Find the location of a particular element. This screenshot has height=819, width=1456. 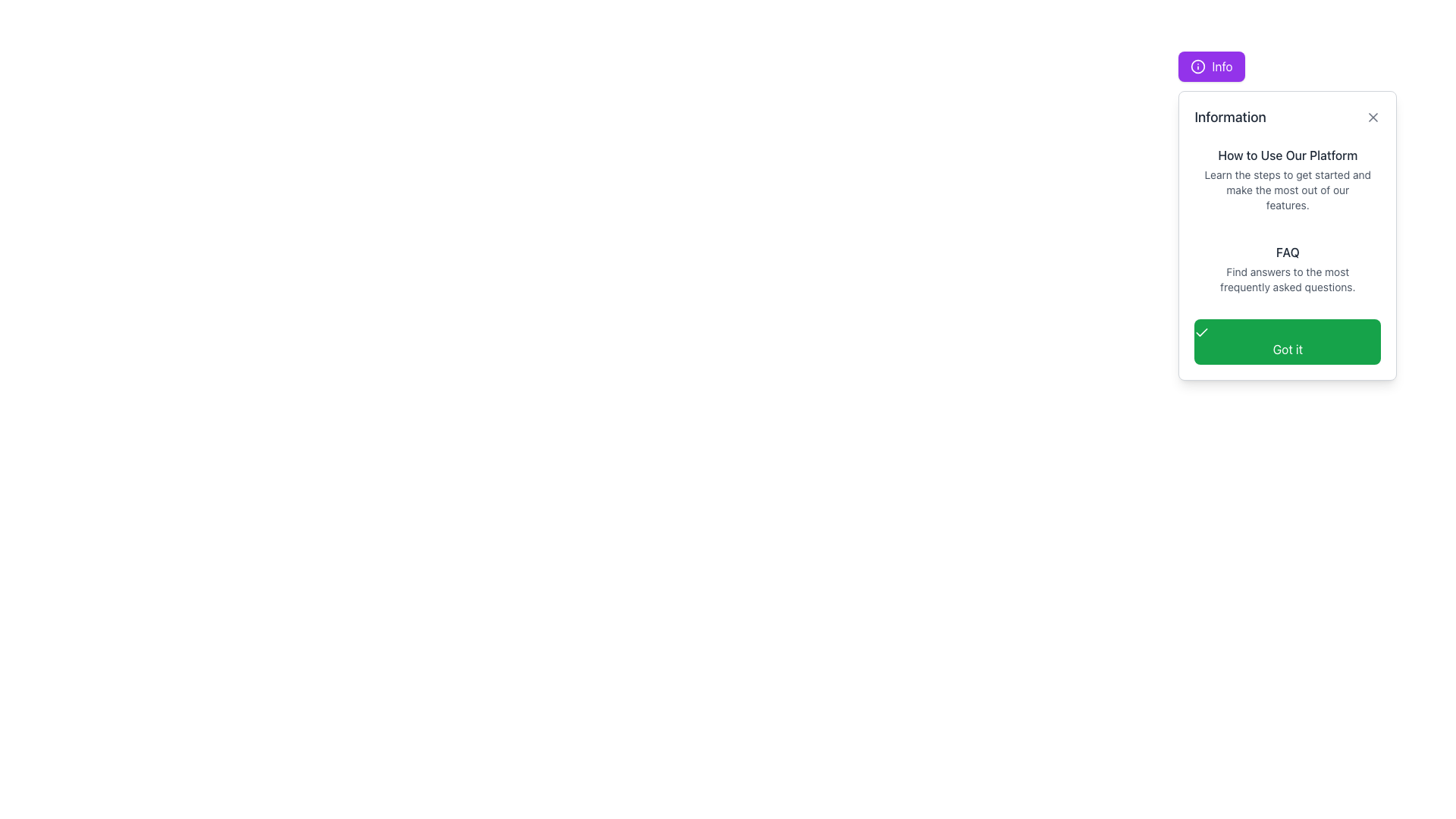

the information button located at the upper-right corner of the interface is located at coordinates (1211, 66).